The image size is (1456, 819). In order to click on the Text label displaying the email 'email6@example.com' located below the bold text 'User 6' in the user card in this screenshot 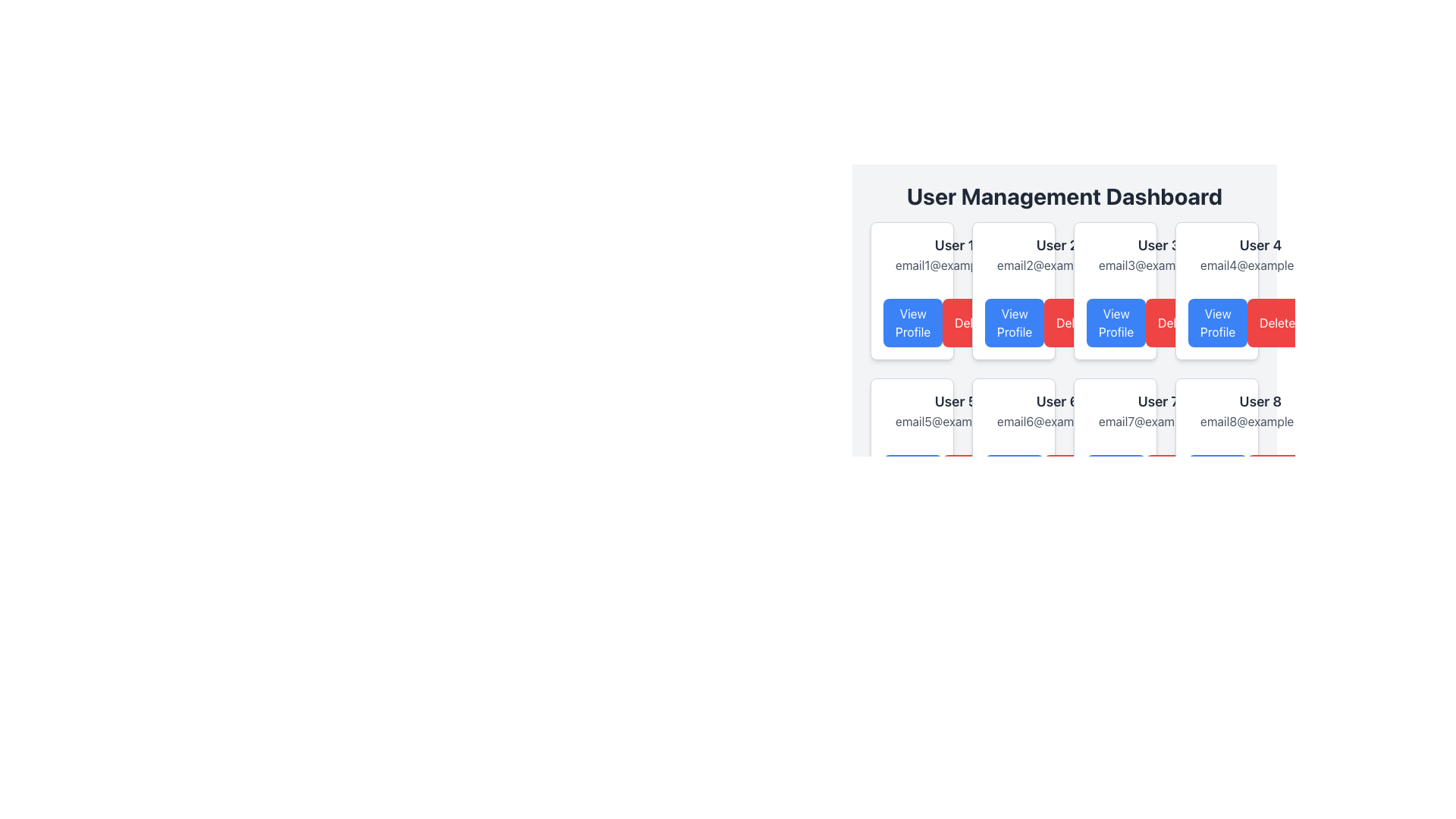, I will do `click(1014, 411)`.